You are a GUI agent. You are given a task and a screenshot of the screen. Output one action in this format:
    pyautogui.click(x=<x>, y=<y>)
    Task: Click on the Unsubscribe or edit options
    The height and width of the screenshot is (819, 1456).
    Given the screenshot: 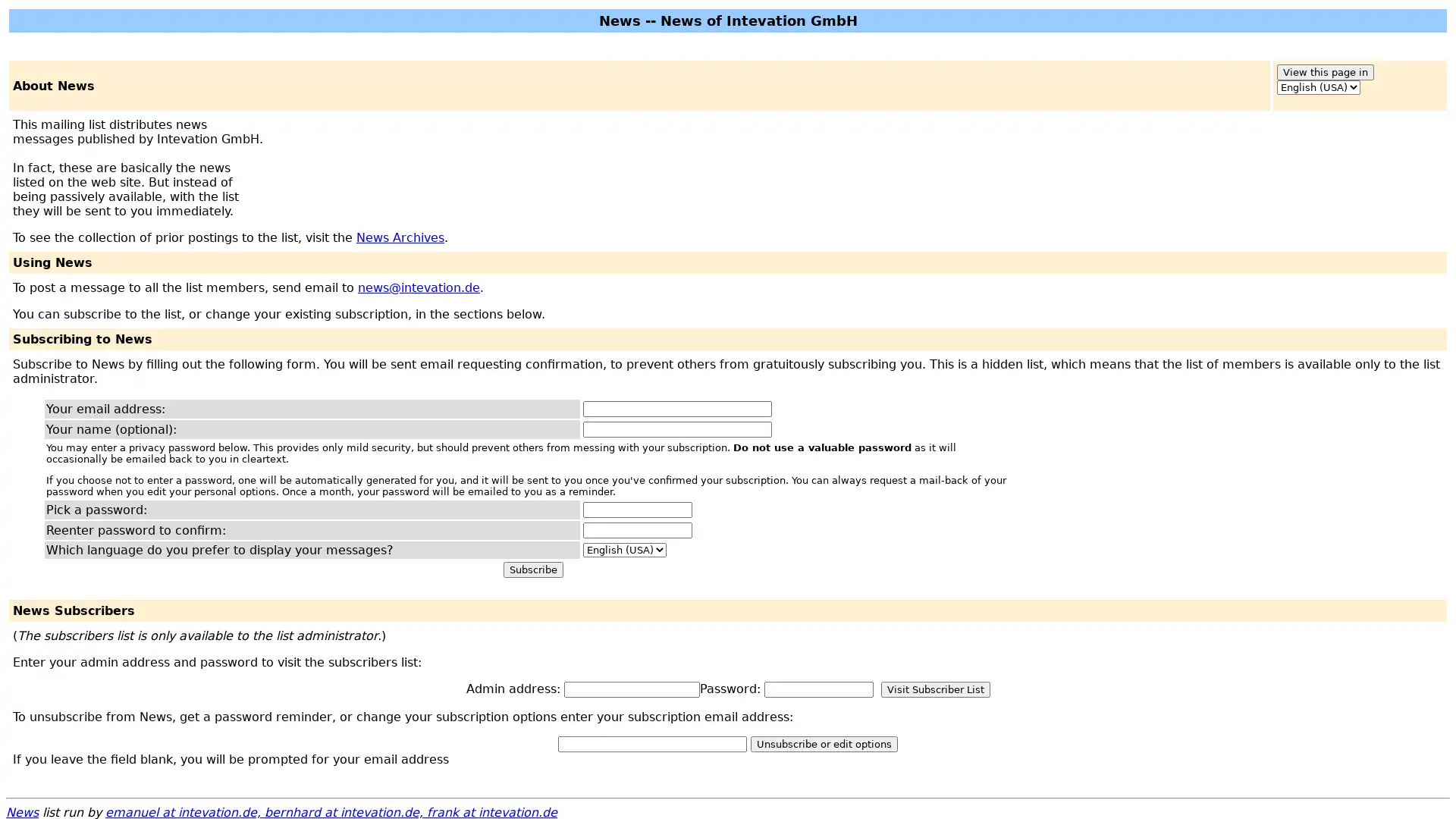 What is the action you would take?
    pyautogui.click(x=823, y=743)
    